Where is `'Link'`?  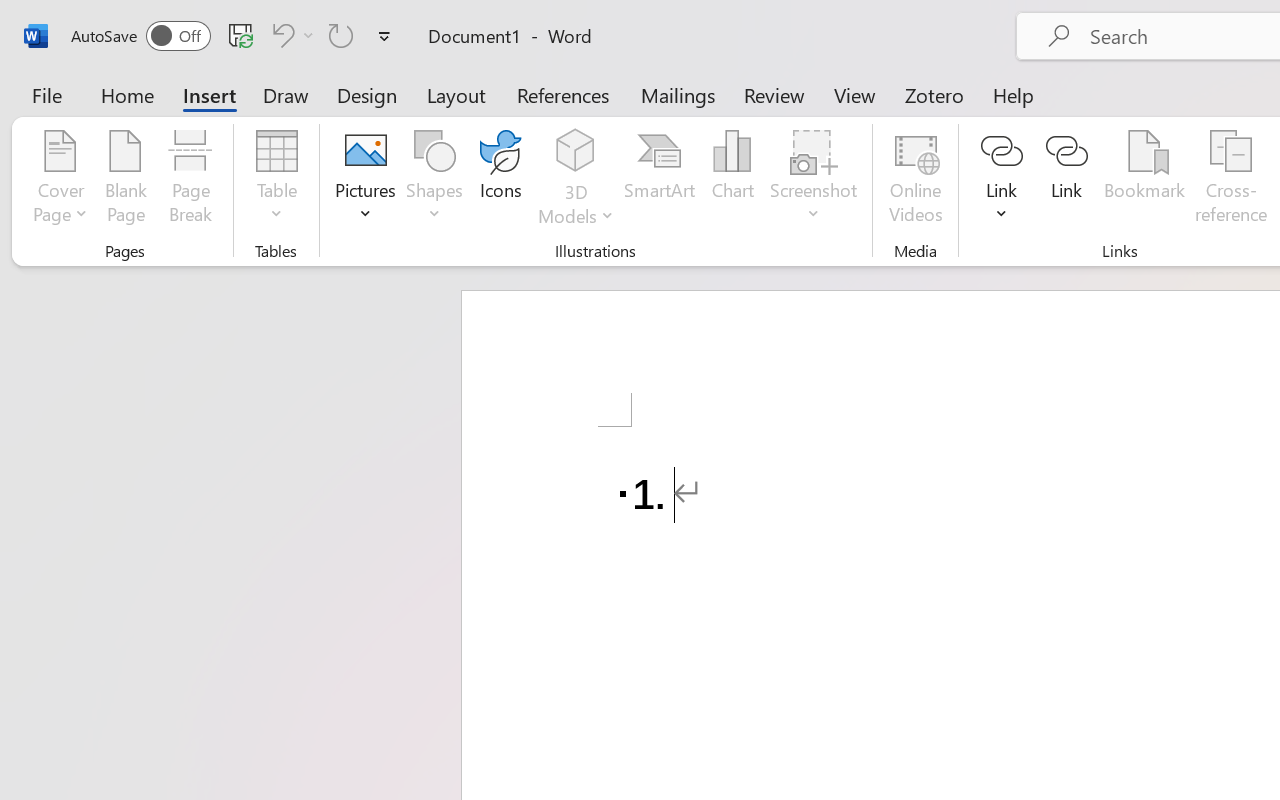
'Link' is located at coordinates (1002, 179).